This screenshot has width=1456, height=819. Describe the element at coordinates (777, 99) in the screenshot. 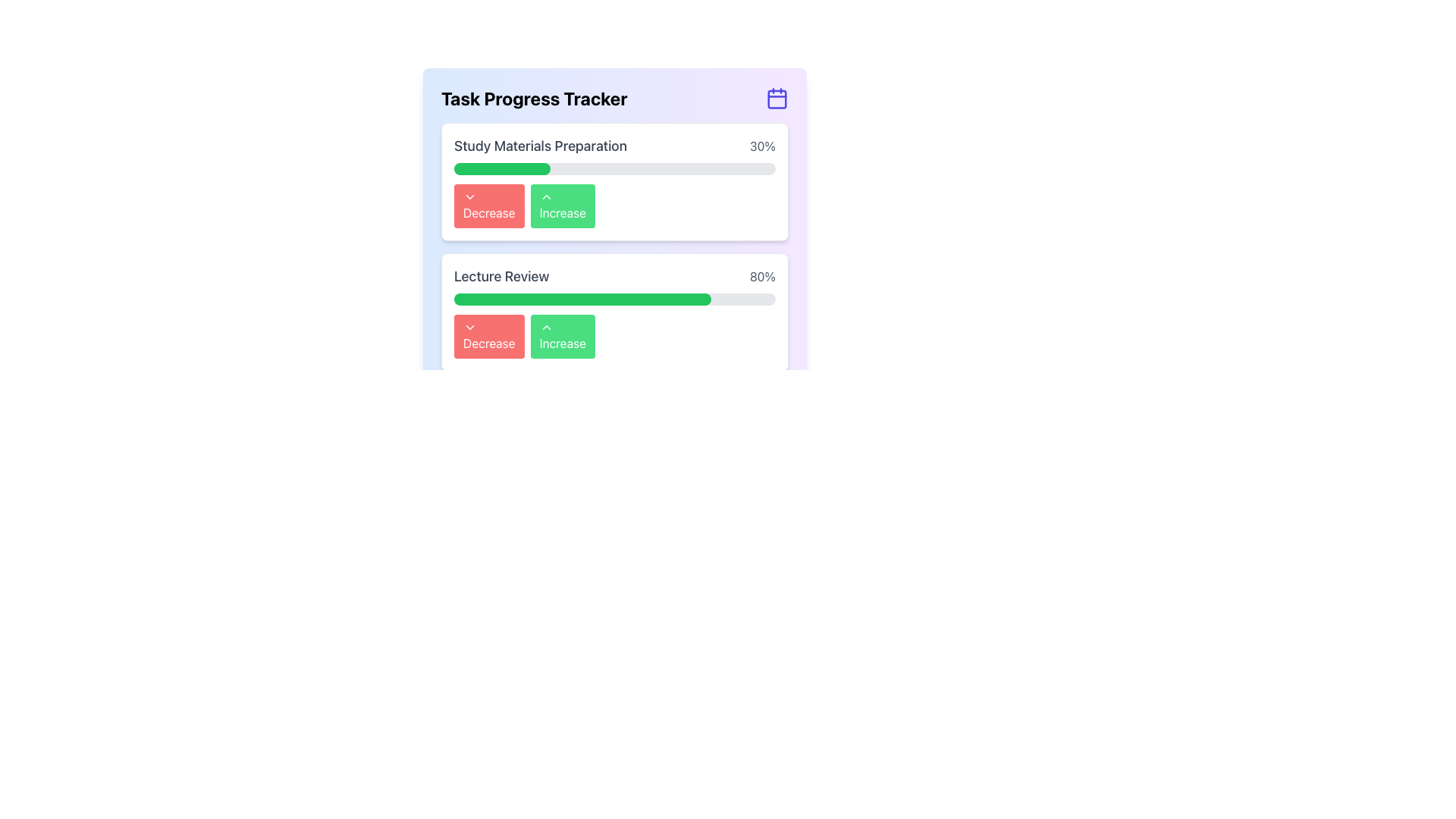

I see `the calendar icon with a purple outline located in the top-right corner of the 'Task Progress Tracker' section header` at that location.